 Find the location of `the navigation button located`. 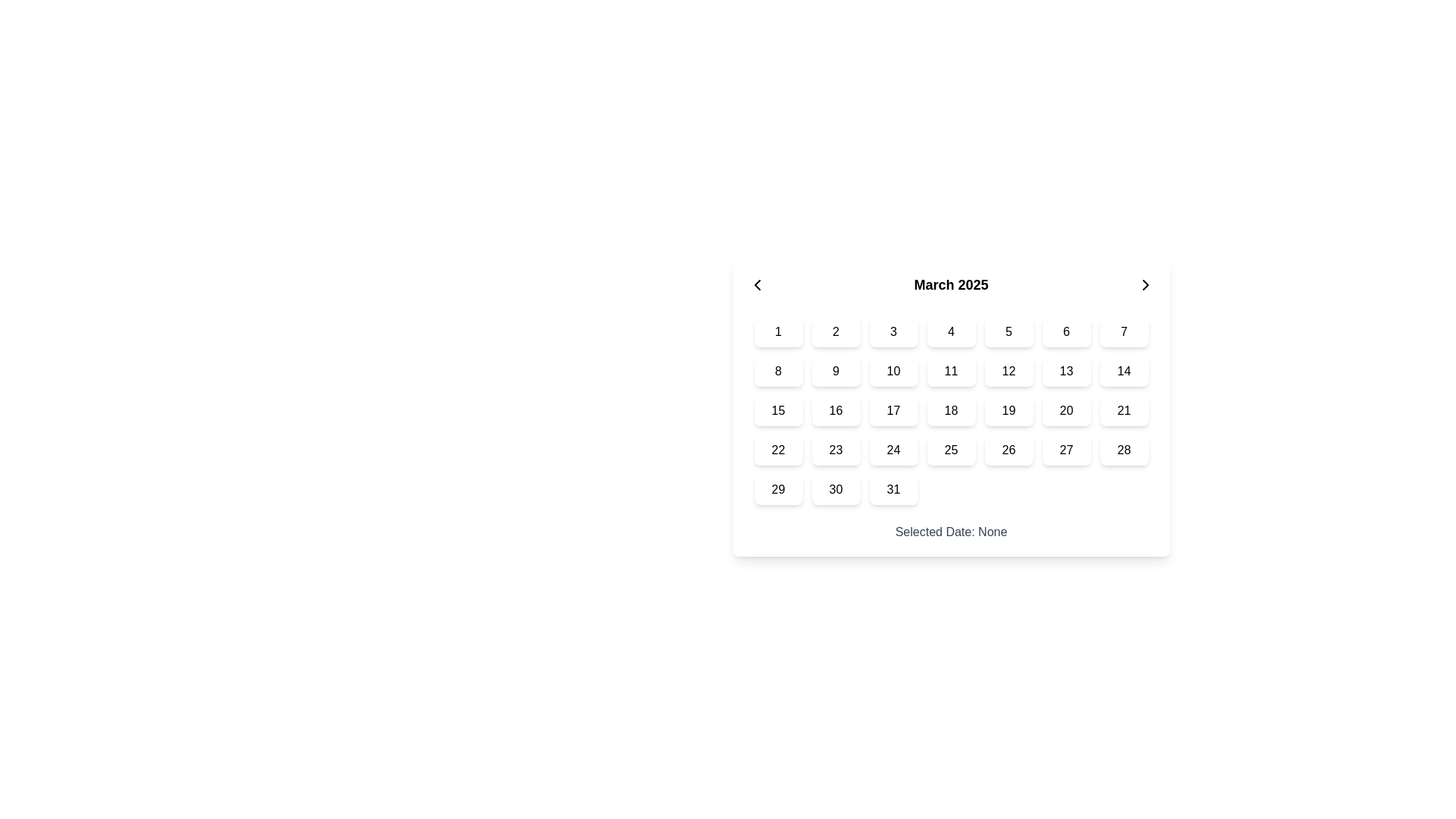

the navigation button located is located at coordinates (757, 284).